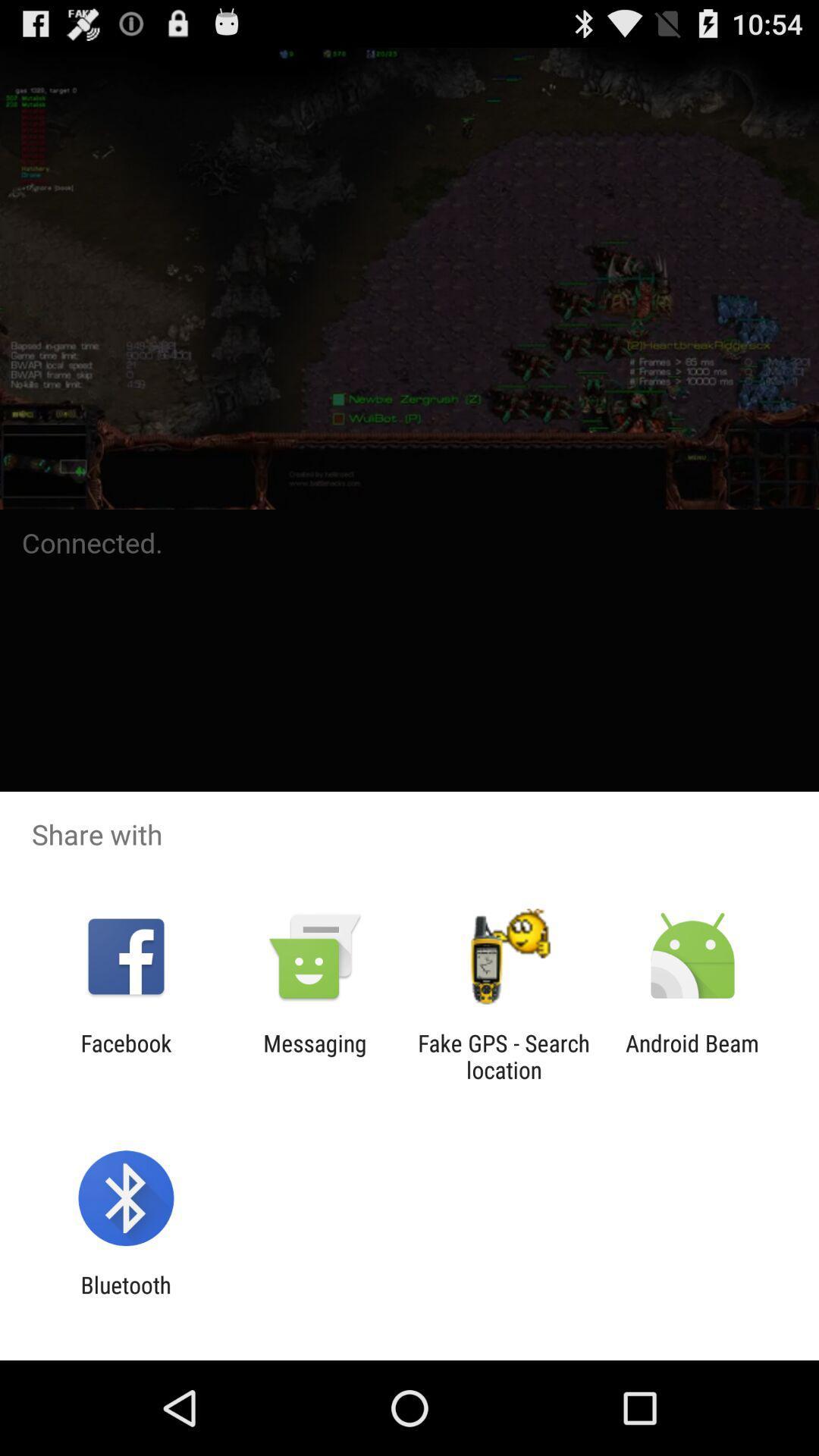 The height and width of the screenshot is (1456, 819). What do you see at coordinates (692, 1056) in the screenshot?
I see `the item at the bottom right corner` at bounding box center [692, 1056].